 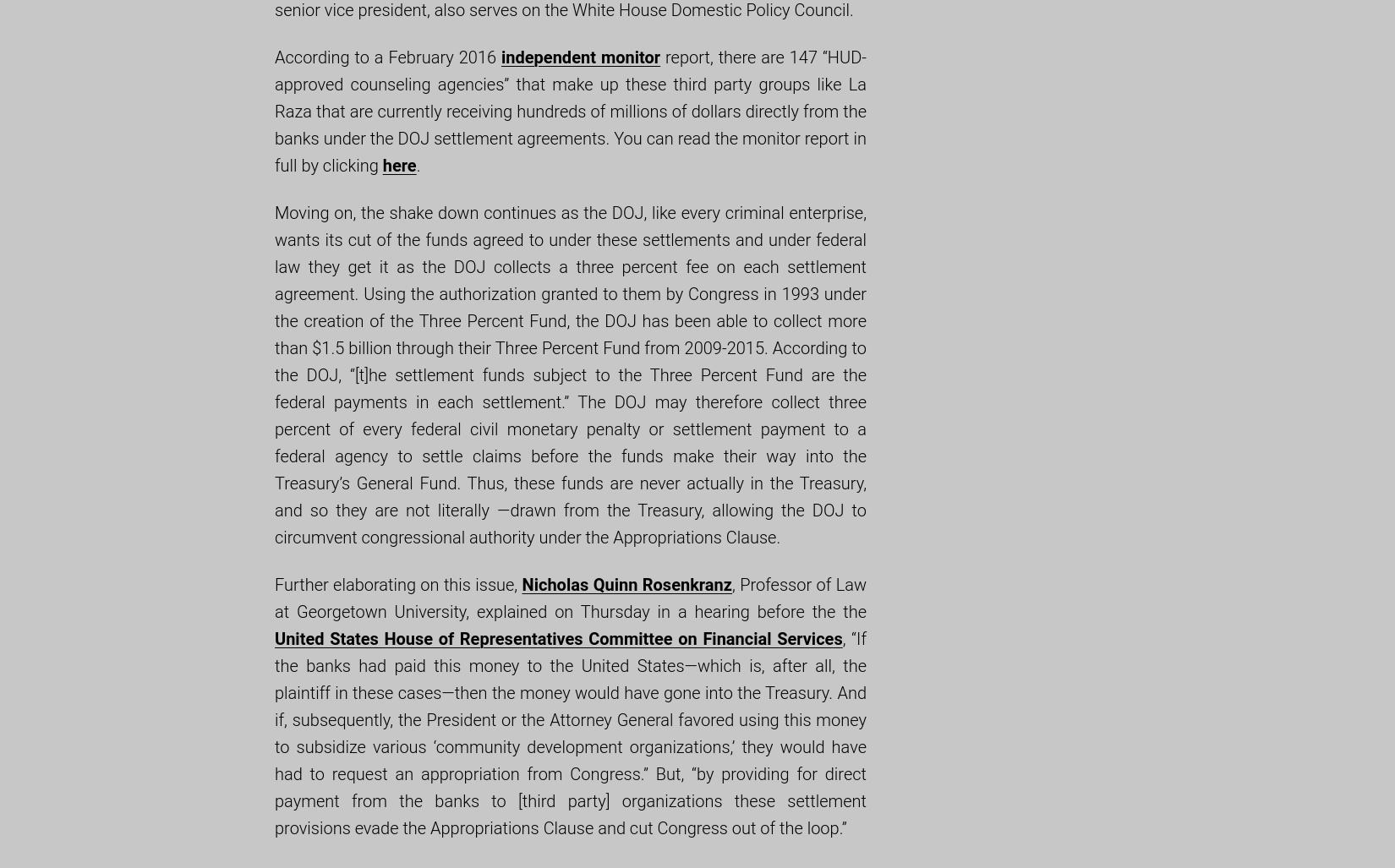 I want to click on 'Moving on, the shake down continues as the DOJ, like every criminal enterprise, wants its cut of the funds agreed to under these settlements and under federal law they get it as the DOJ collects a three percent fee on each settlement agreement. Using the authorization granted to them by Congress in 1993 under the creation of the Three Percent Fund,', so click(x=570, y=266).